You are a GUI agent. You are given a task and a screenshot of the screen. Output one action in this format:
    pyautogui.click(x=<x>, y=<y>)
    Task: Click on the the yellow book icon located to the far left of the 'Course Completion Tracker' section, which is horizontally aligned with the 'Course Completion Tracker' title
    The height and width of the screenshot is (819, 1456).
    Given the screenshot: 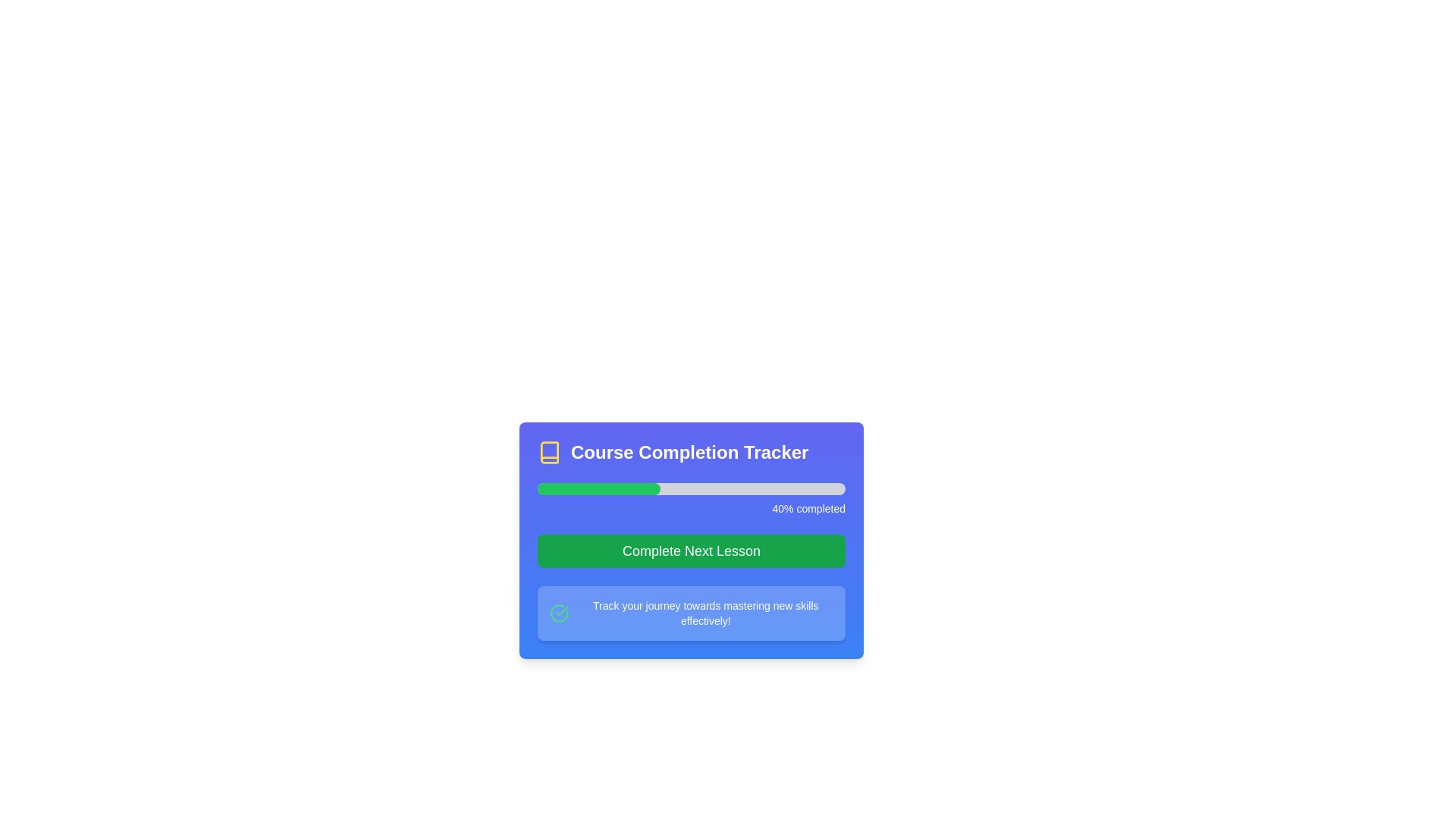 What is the action you would take?
    pyautogui.click(x=548, y=452)
    